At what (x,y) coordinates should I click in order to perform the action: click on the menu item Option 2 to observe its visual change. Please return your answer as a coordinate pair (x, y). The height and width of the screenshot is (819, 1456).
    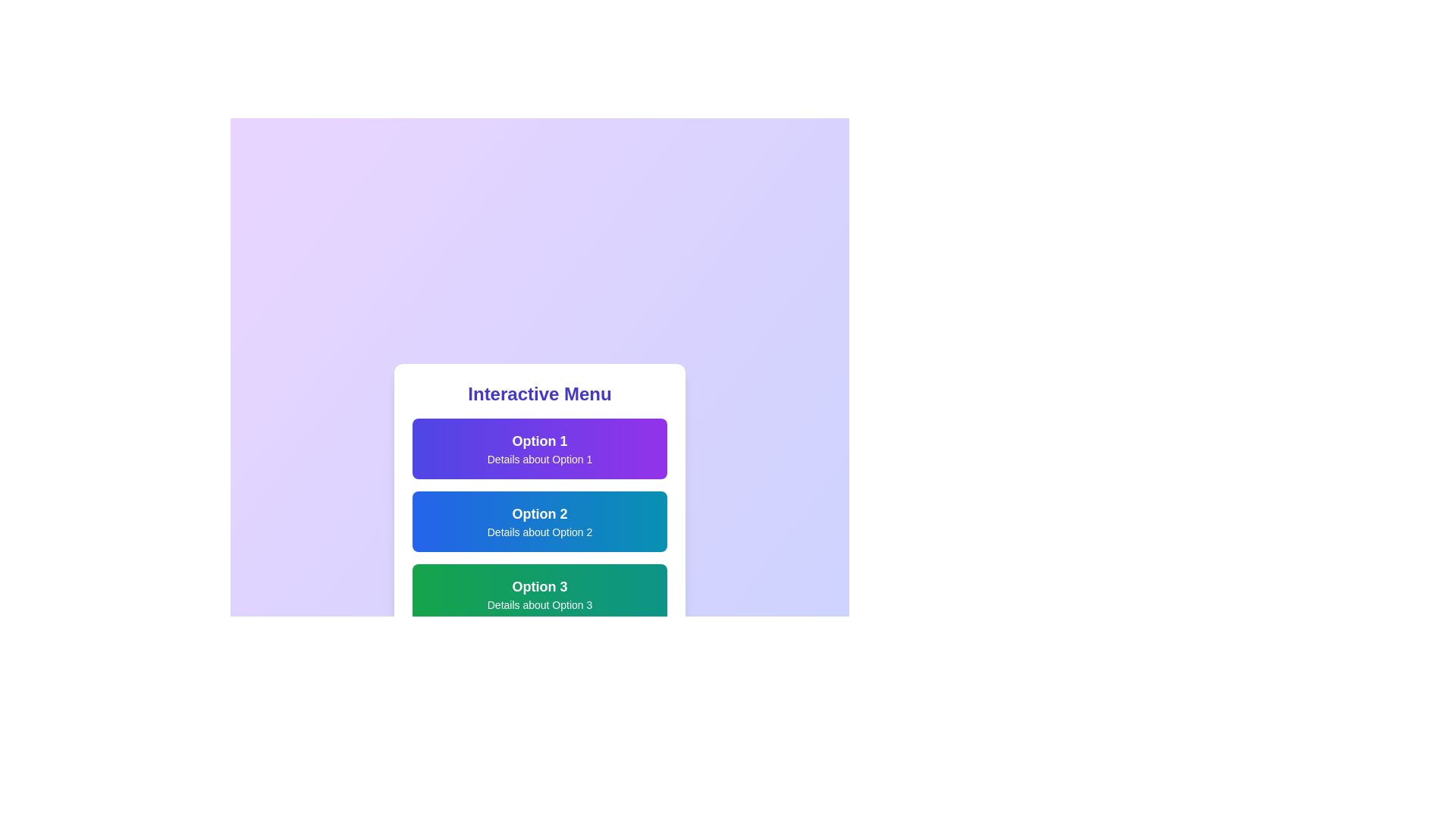
    Looking at the image, I should click on (539, 520).